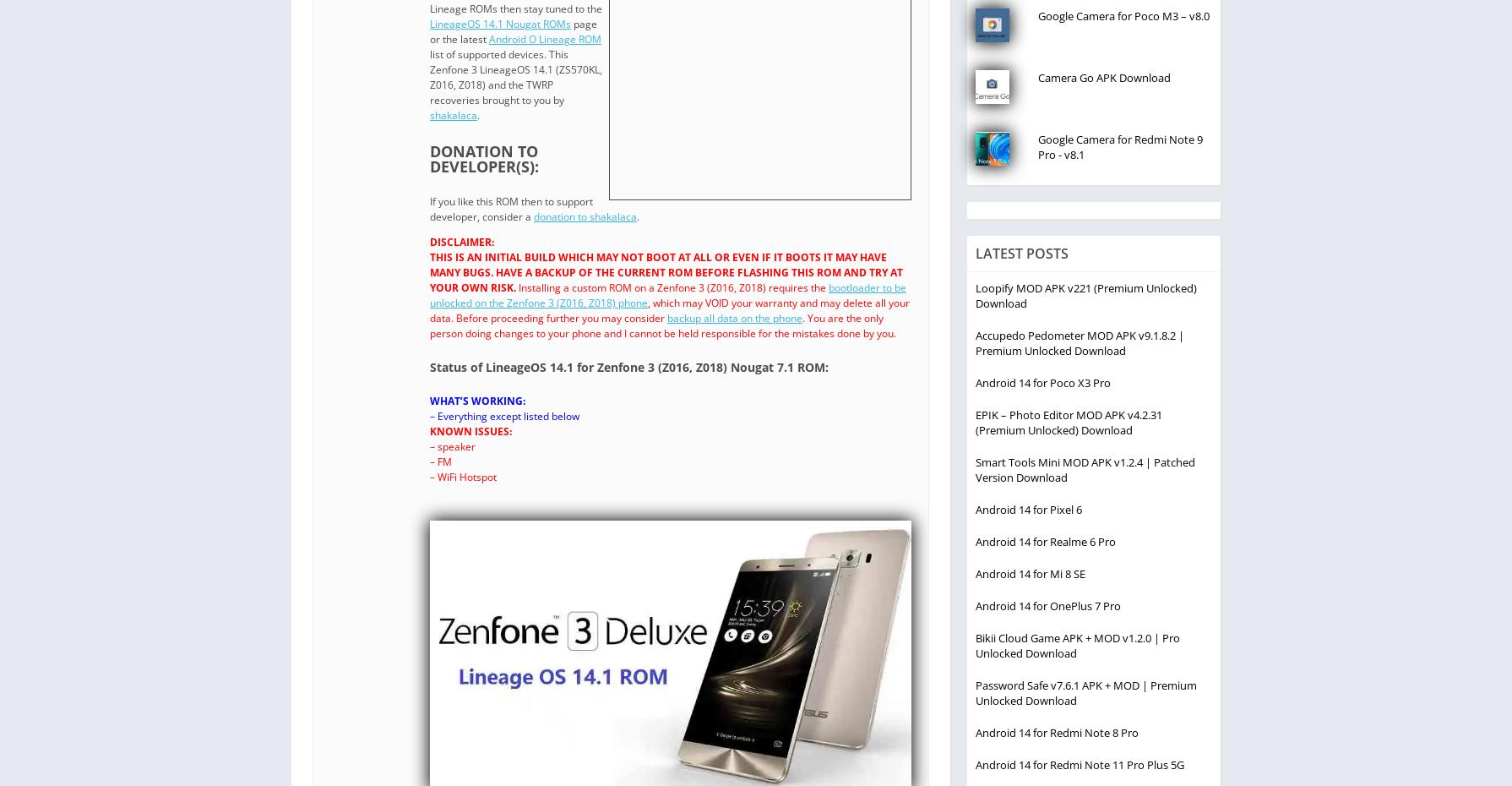  Describe the element at coordinates (668, 309) in the screenshot. I see `', which may VOID your warranty and may delete all your data. Before proceeding further you may consider'` at that location.